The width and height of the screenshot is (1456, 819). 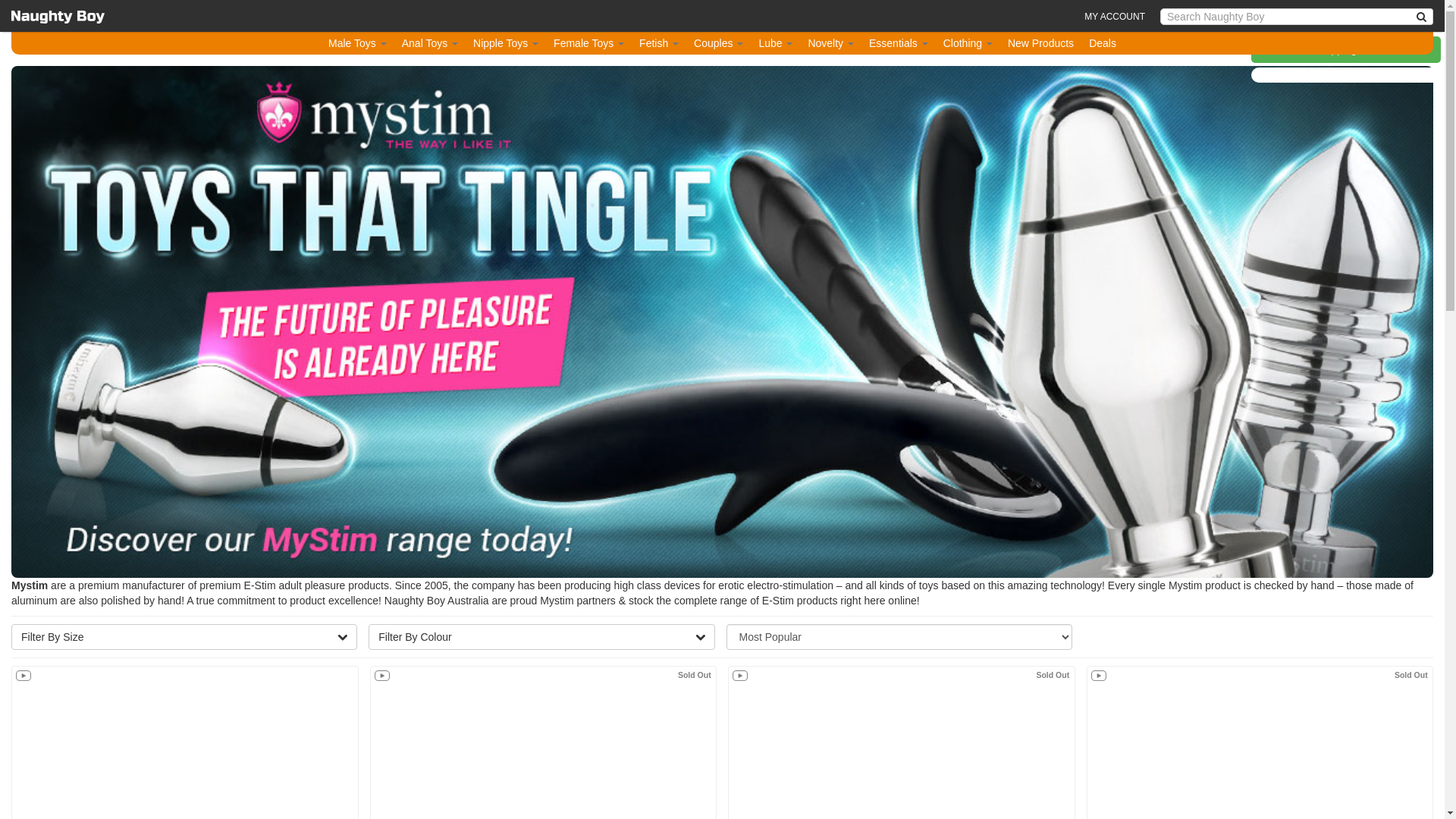 What do you see at coordinates (506, 42) in the screenshot?
I see `'Nipple Toys'` at bounding box center [506, 42].